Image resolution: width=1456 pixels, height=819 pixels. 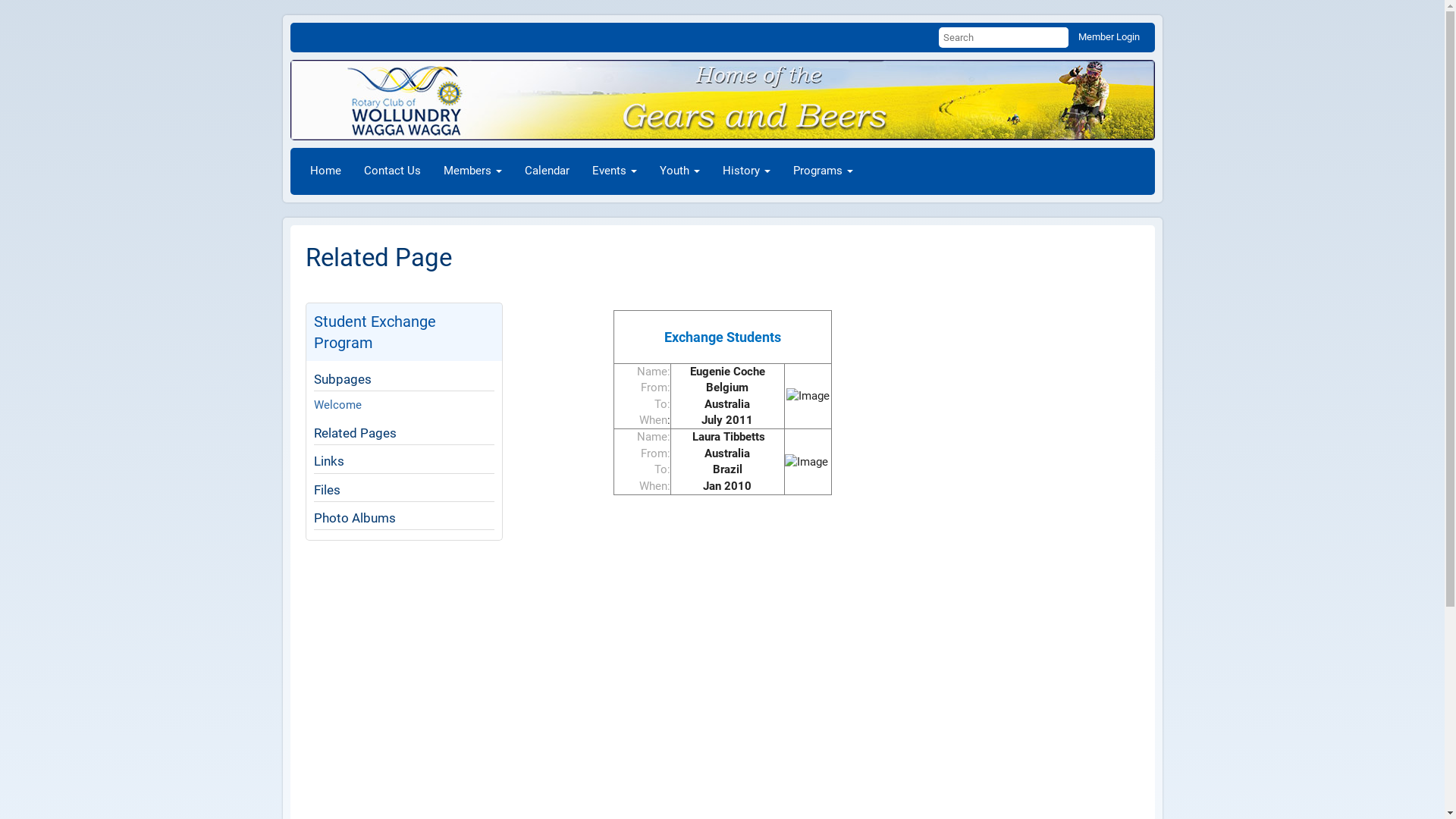 I want to click on 'Members', so click(x=472, y=171).